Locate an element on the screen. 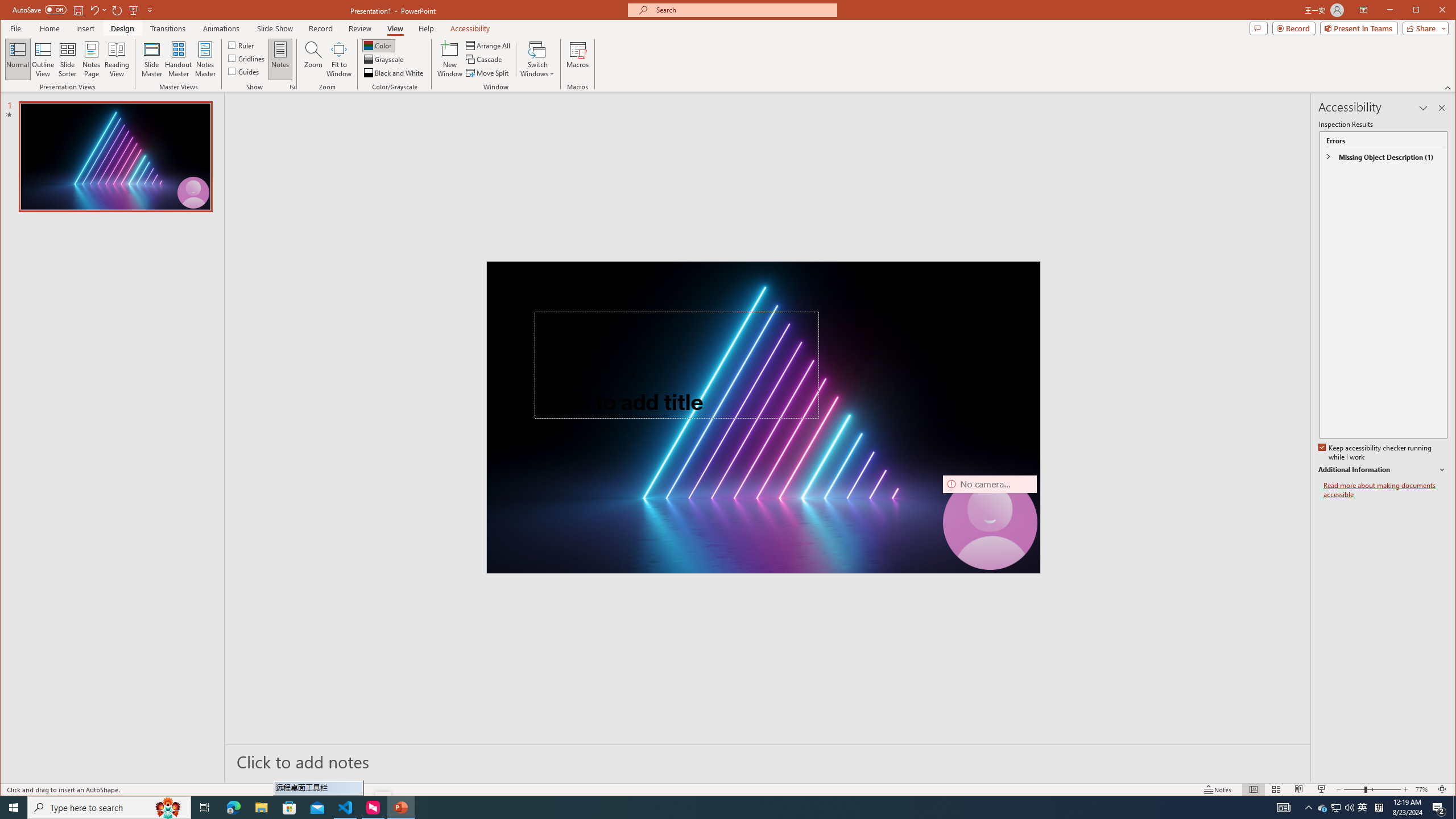 This screenshot has height=819, width=1456. 'Neon laser lights aligned to form a triangle' is located at coordinates (763, 416).